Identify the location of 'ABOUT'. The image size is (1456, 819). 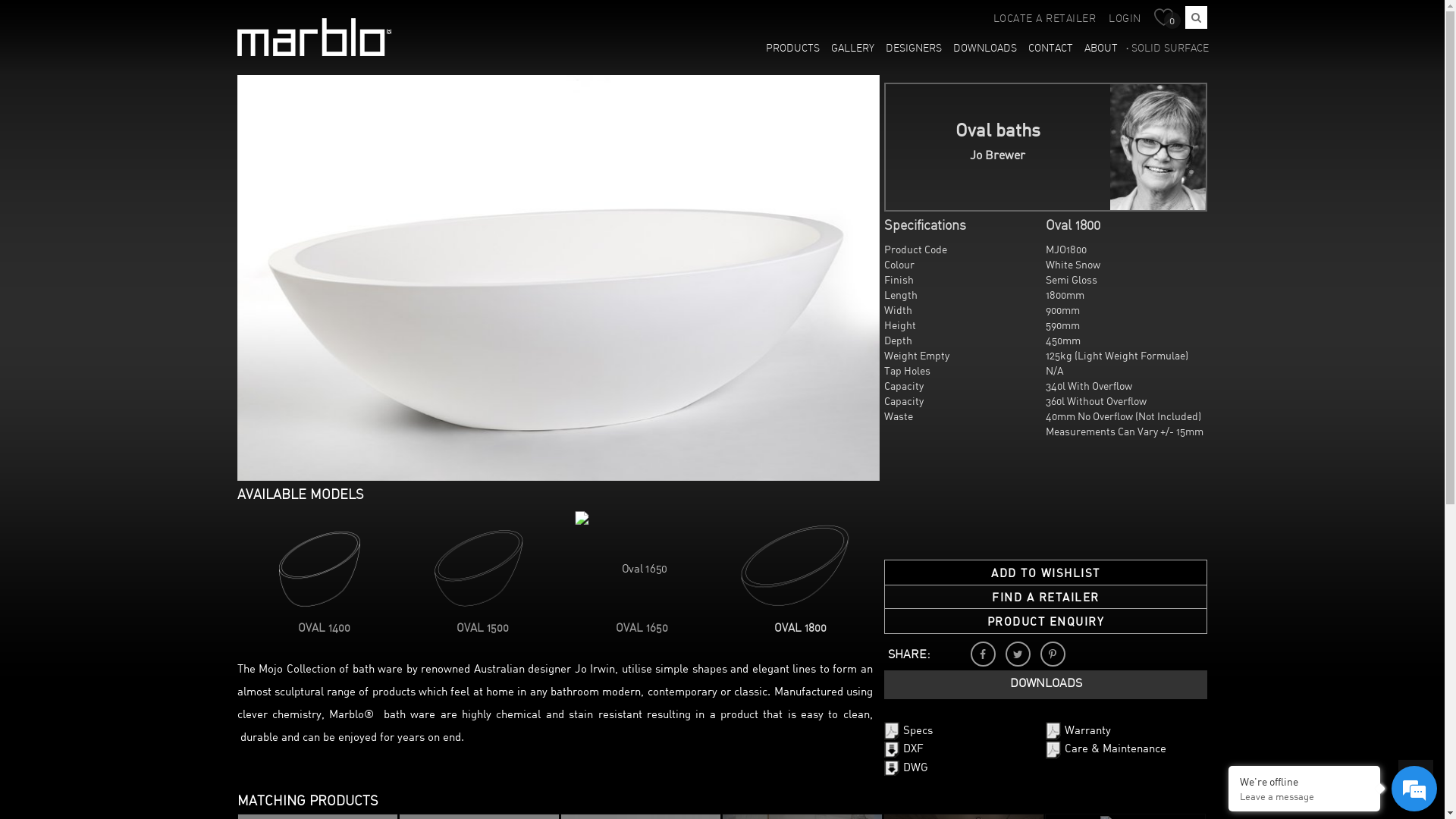
(1101, 49).